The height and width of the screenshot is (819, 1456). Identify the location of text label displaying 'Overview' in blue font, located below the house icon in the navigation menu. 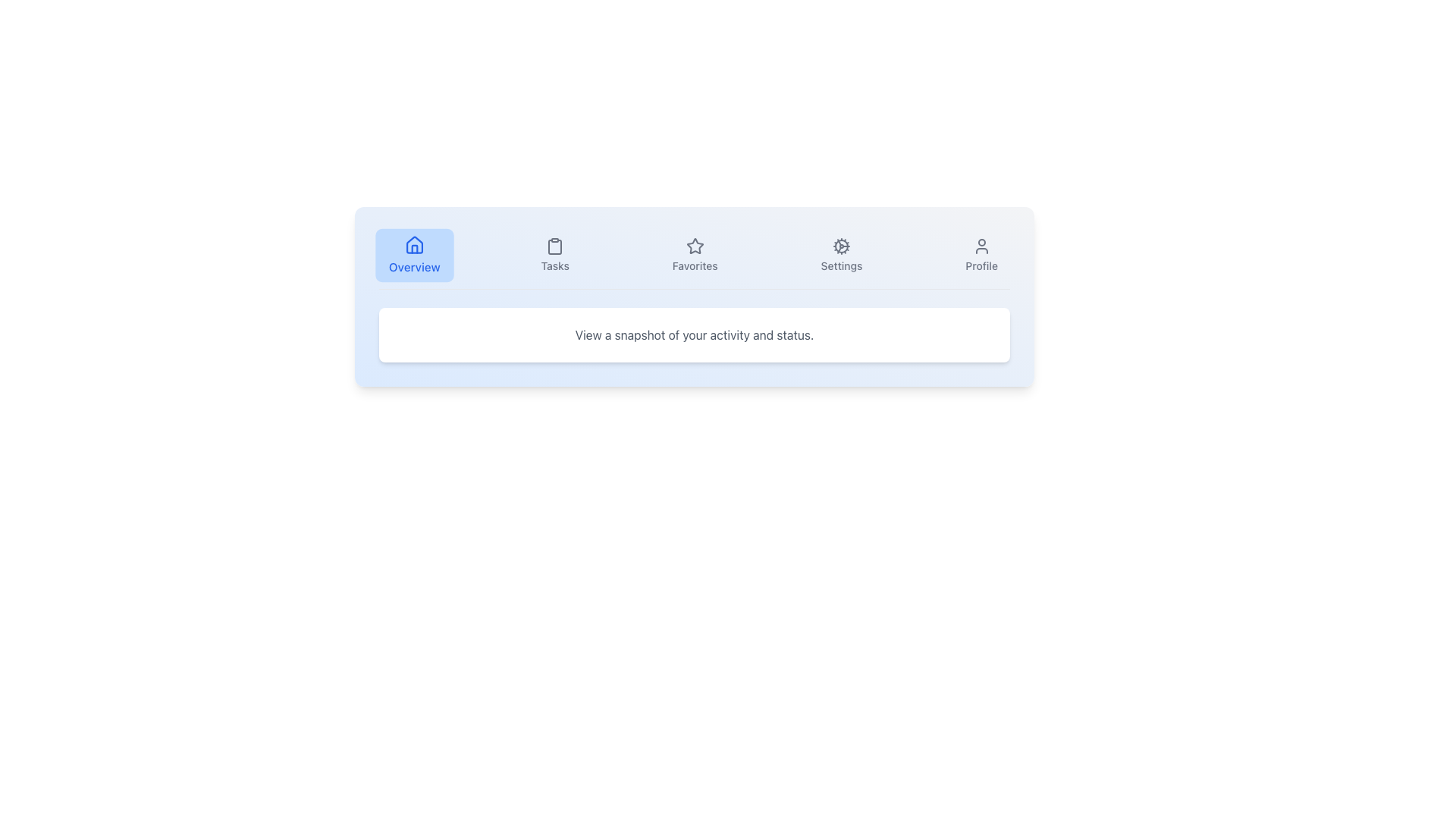
(414, 266).